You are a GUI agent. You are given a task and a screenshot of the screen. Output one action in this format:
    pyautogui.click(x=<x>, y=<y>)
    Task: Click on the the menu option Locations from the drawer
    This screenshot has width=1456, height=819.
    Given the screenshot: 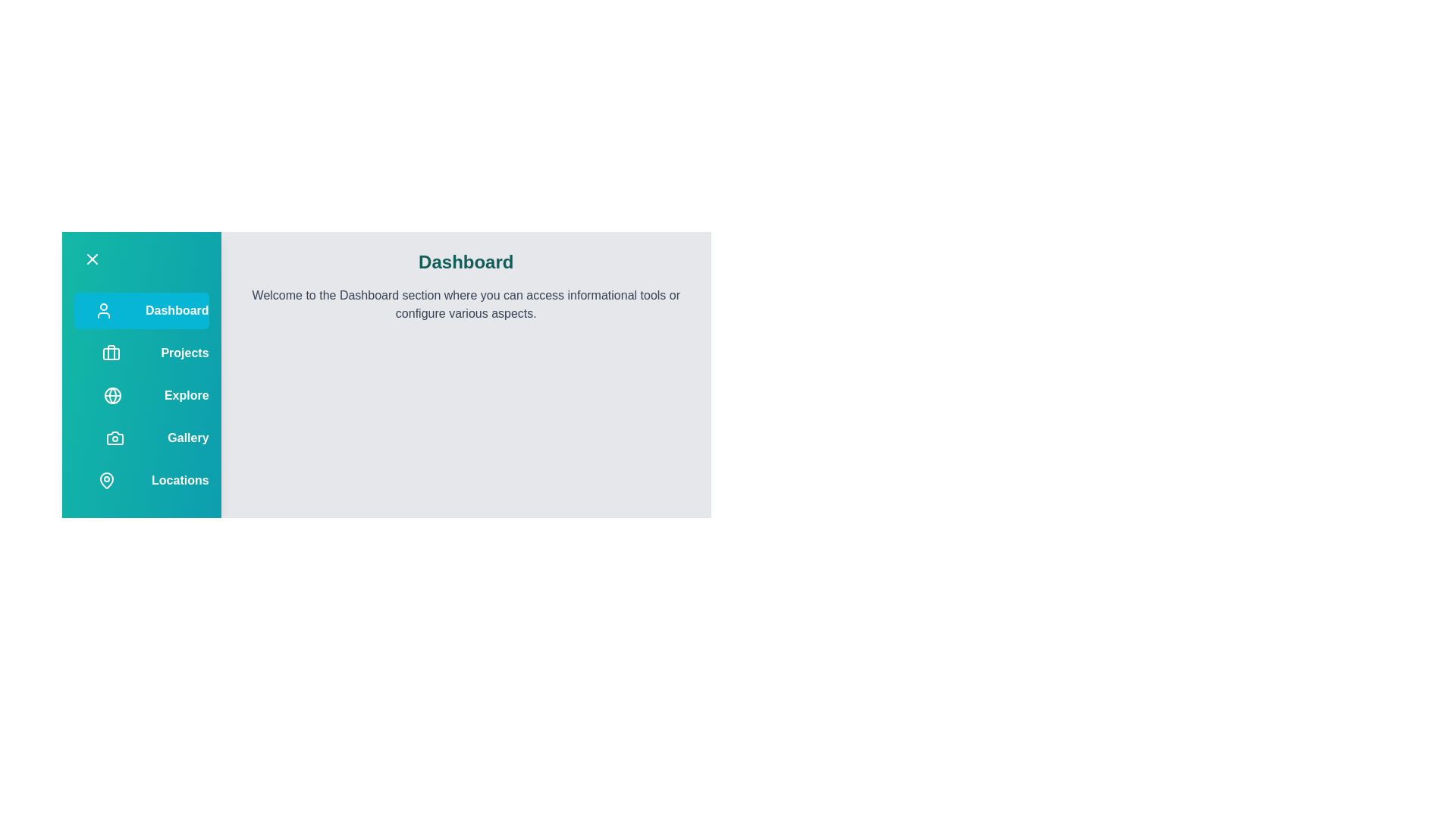 What is the action you would take?
    pyautogui.click(x=141, y=480)
    